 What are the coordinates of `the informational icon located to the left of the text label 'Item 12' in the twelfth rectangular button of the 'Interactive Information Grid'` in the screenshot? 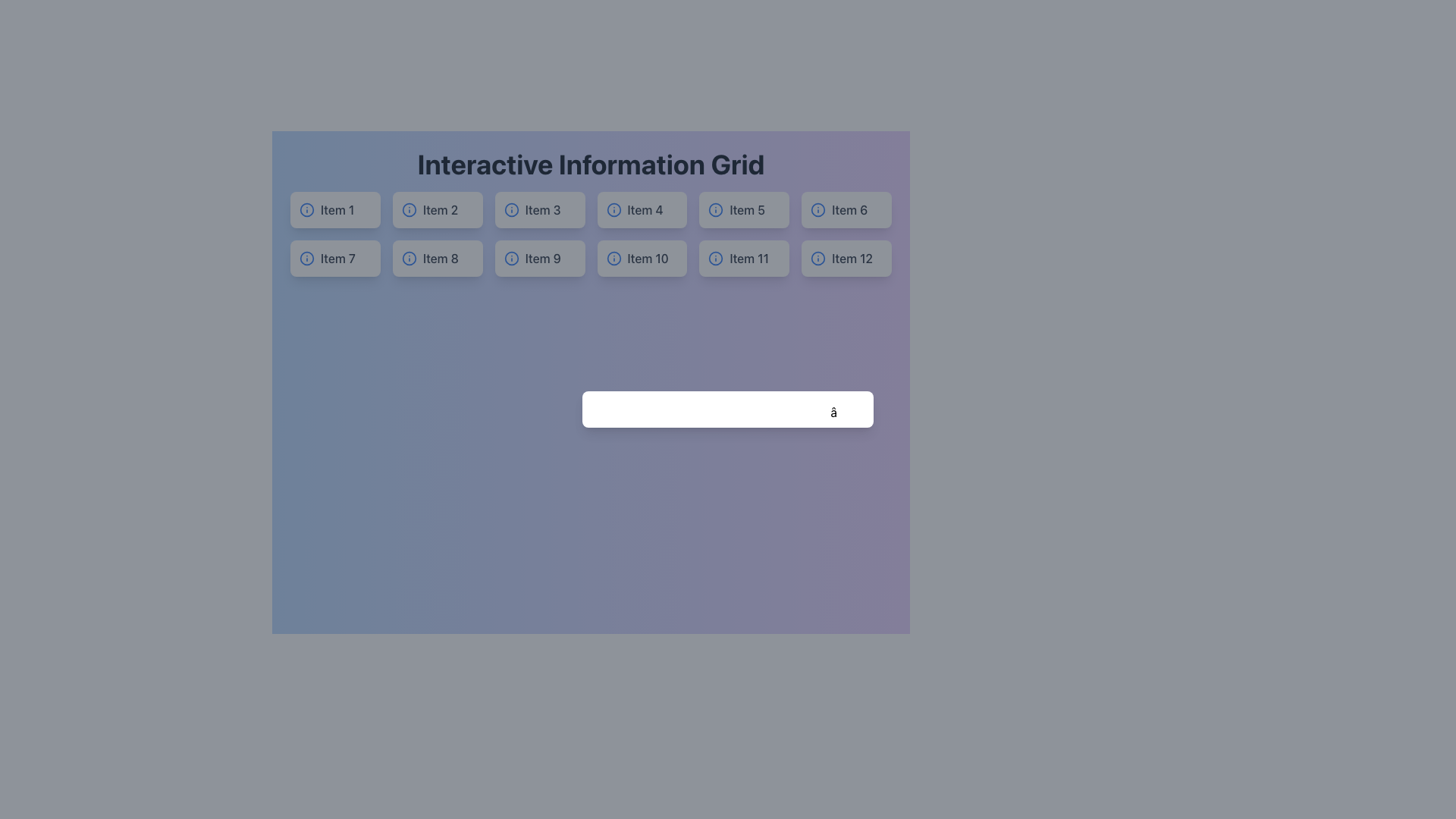 It's located at (817, 257).